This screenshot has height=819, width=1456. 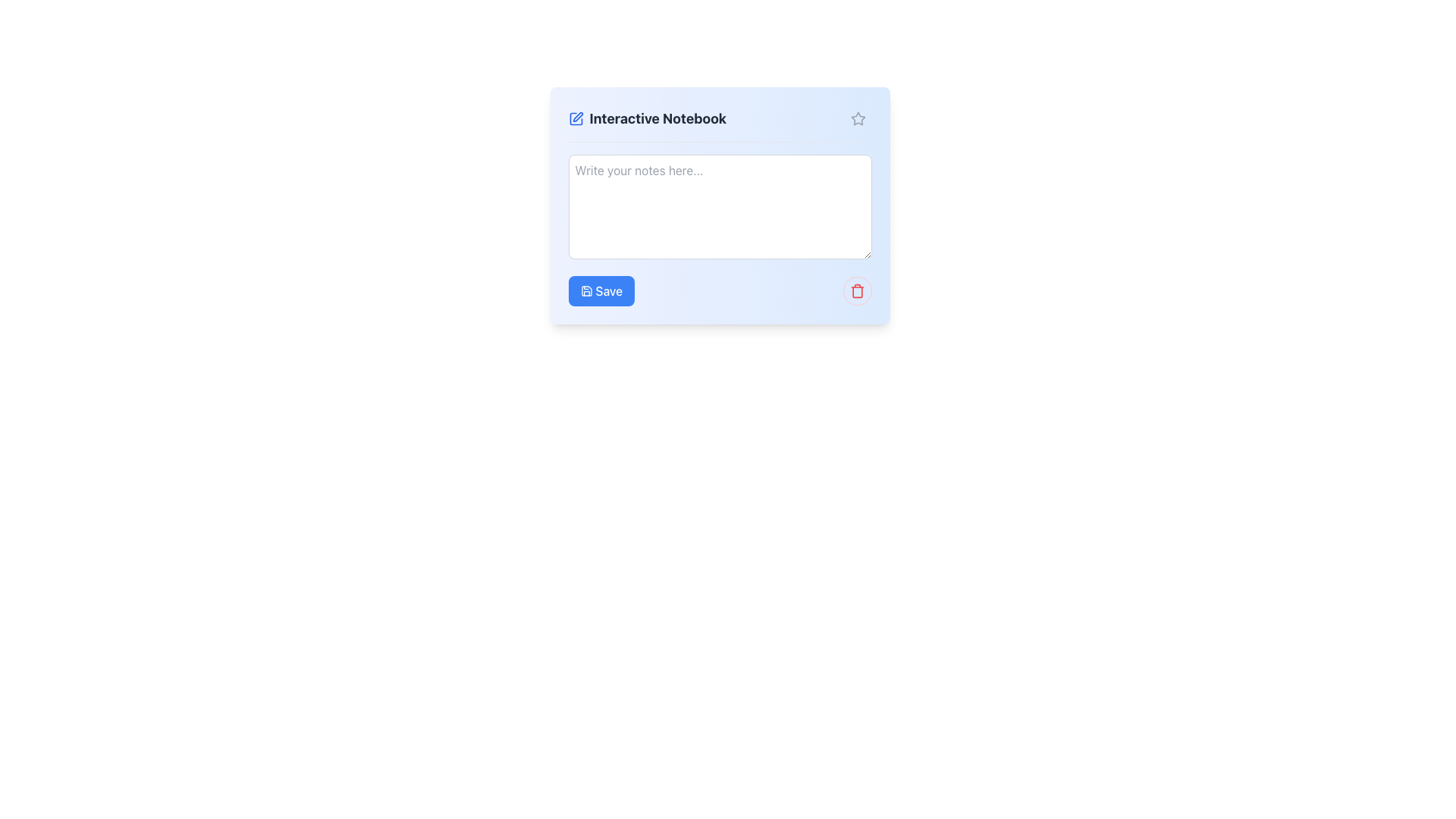 I want to click on the multi-line text input field styled with a rounded rectangle shape, located below the title 'Interactive Notebook' and above the 'Save' button, to begin entering text, so click(x=719, y=207).